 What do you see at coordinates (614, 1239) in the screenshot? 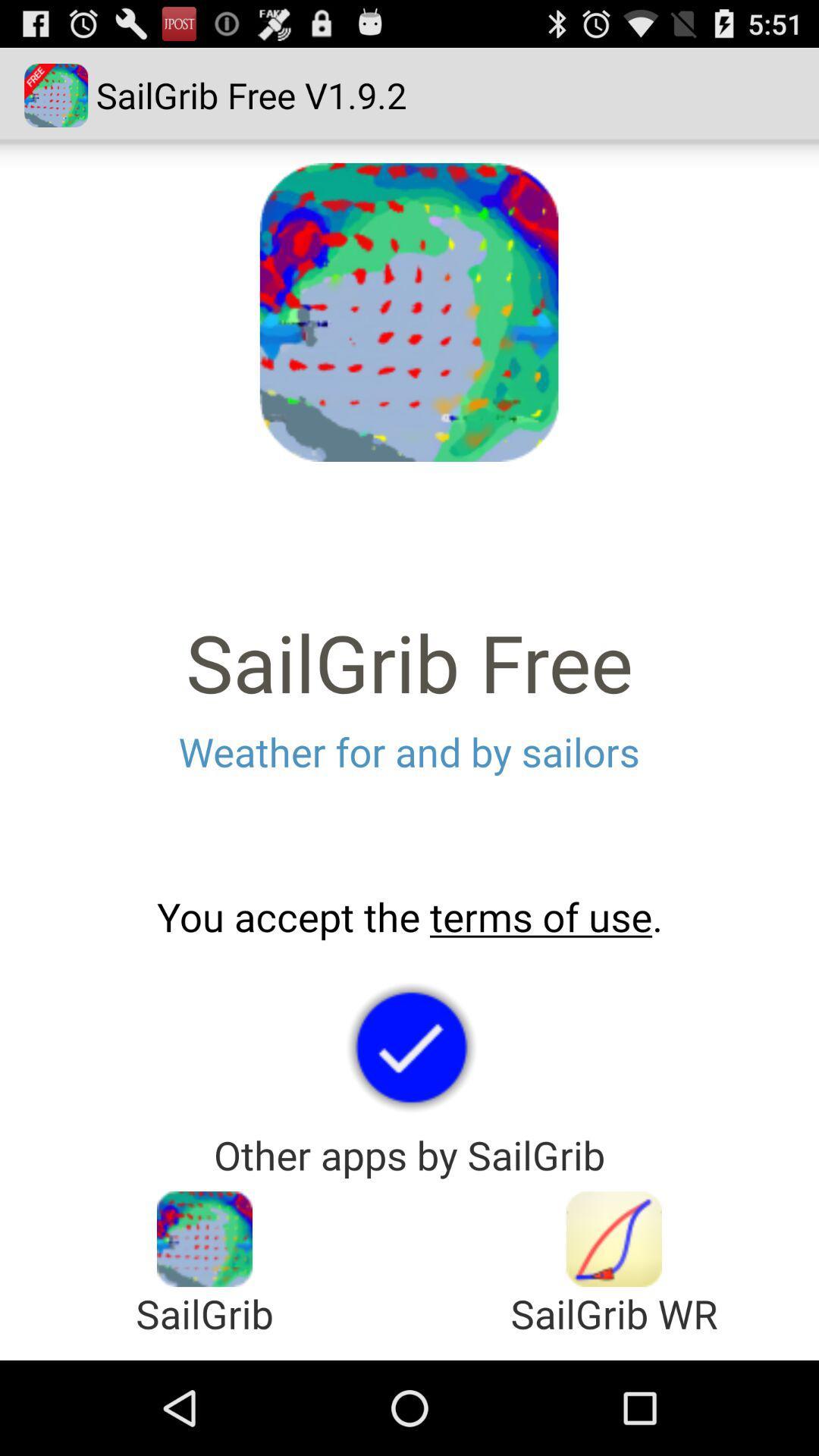
I see `download sailgrib app` at bounding box center [614, 1239].